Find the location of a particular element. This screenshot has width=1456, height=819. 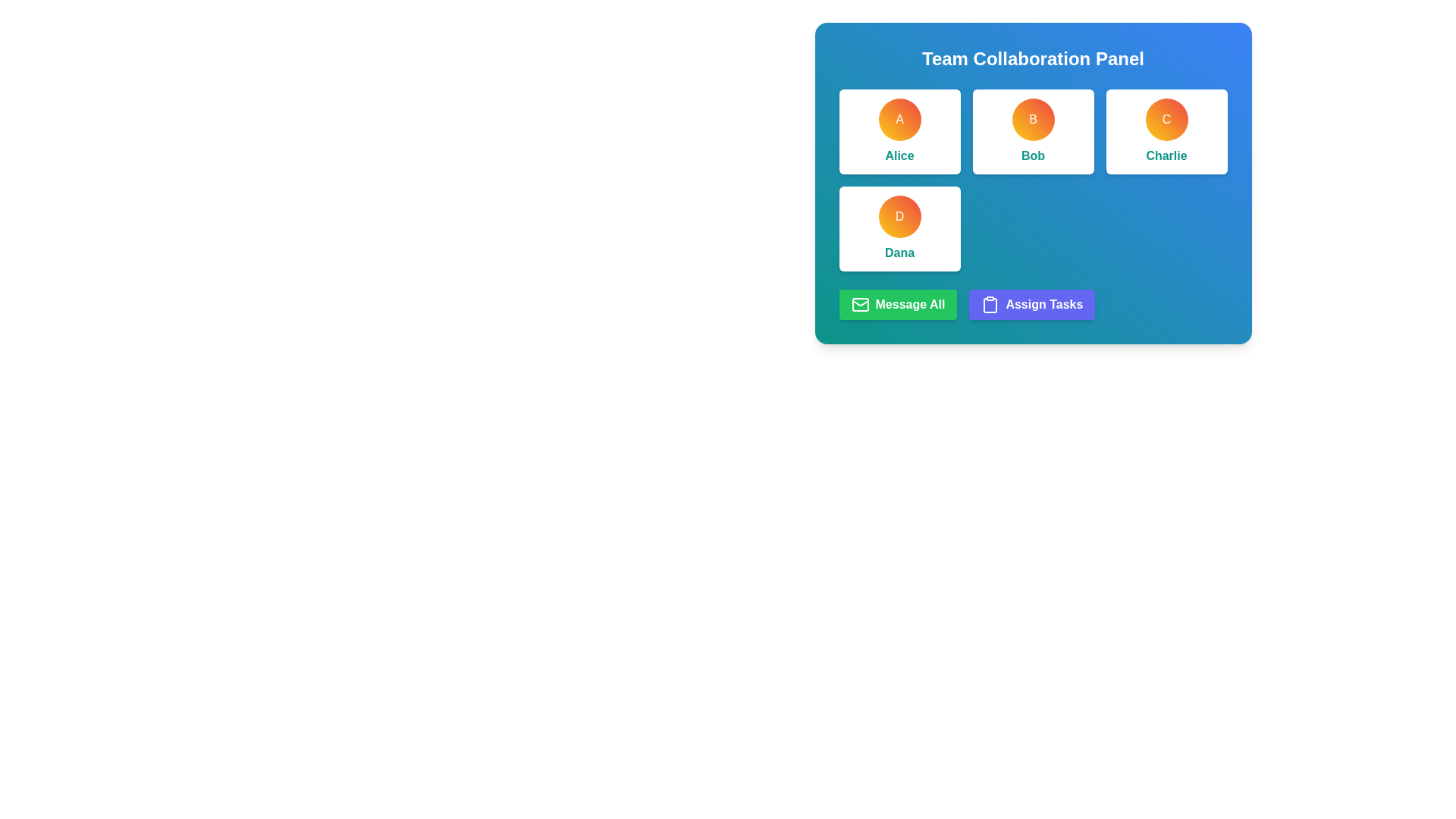

text label that displays 'Dana' in bold teal color, positioned within the white rounded box in the Team Collaboration Panel is located at coordinates (899, 253).